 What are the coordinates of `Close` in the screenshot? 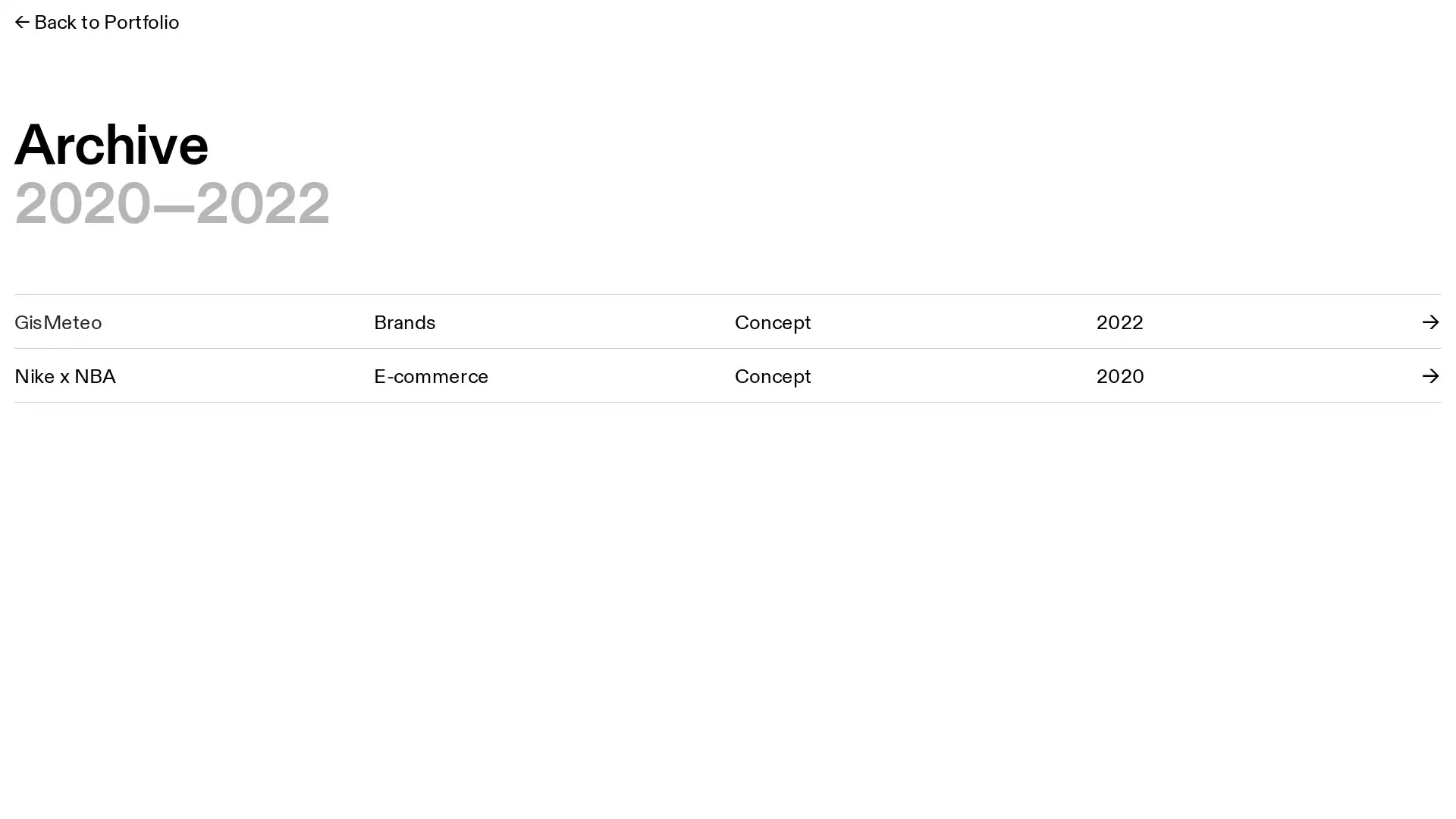 It's located at (1427, 29).